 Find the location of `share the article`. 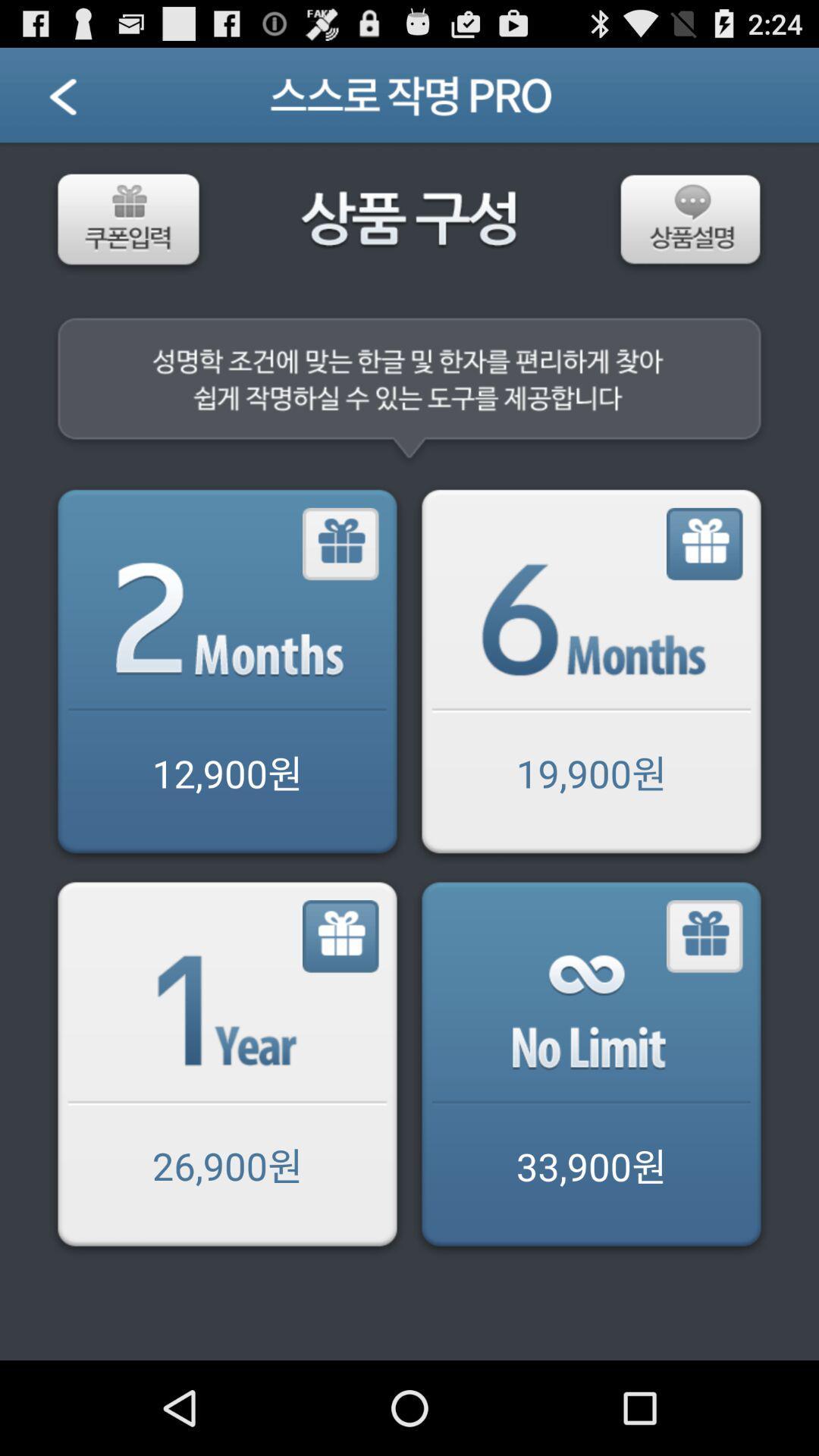

share the article is located at coordinates (590, 1066).